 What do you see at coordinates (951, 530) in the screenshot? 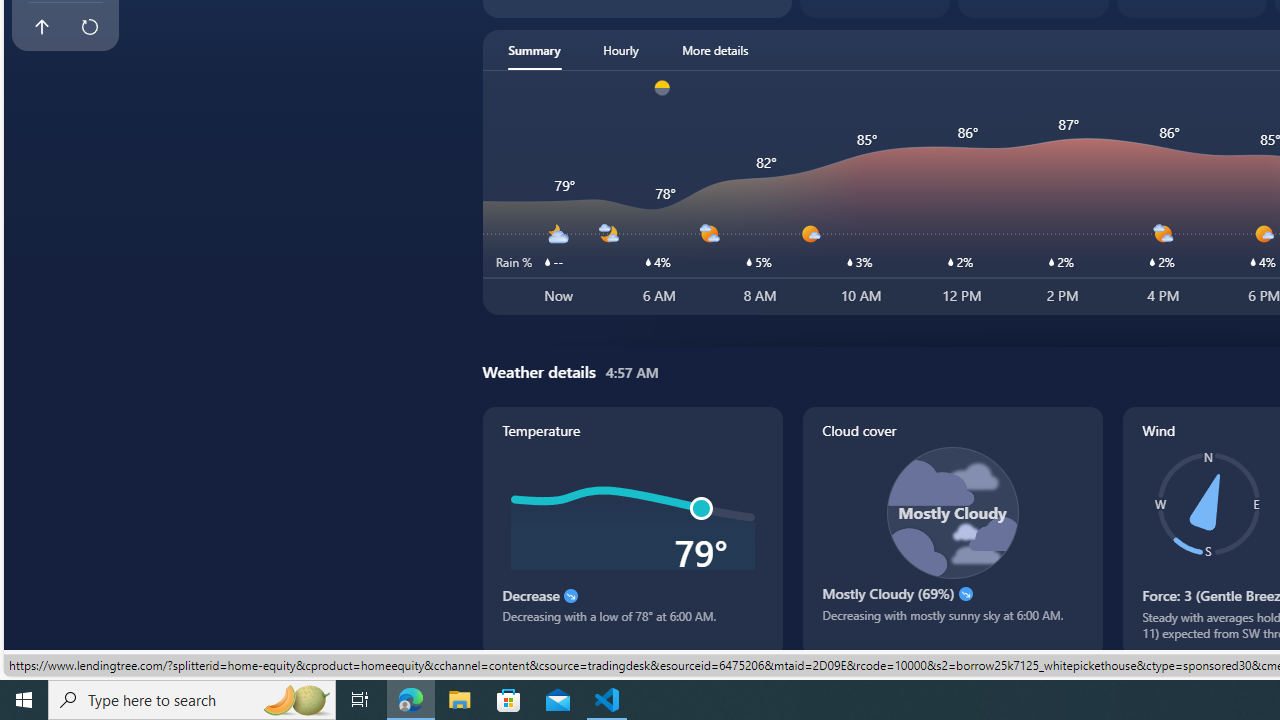
I see `'Cloud cover'` at bounding box center [951, 530].